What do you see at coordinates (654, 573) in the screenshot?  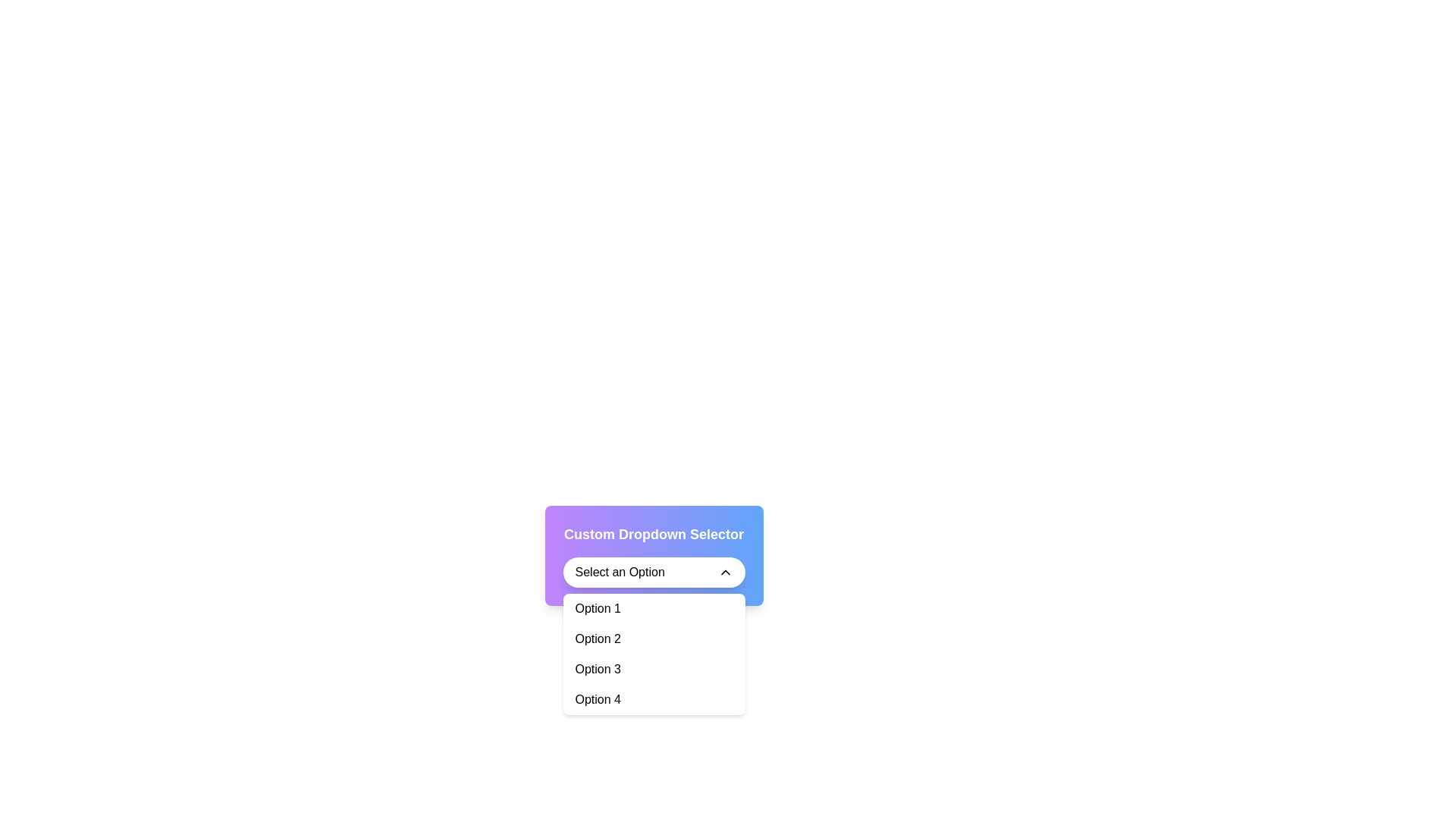 I see `the dropdown menu labeled 'Select an Option'` at bounding box center [654, 573].